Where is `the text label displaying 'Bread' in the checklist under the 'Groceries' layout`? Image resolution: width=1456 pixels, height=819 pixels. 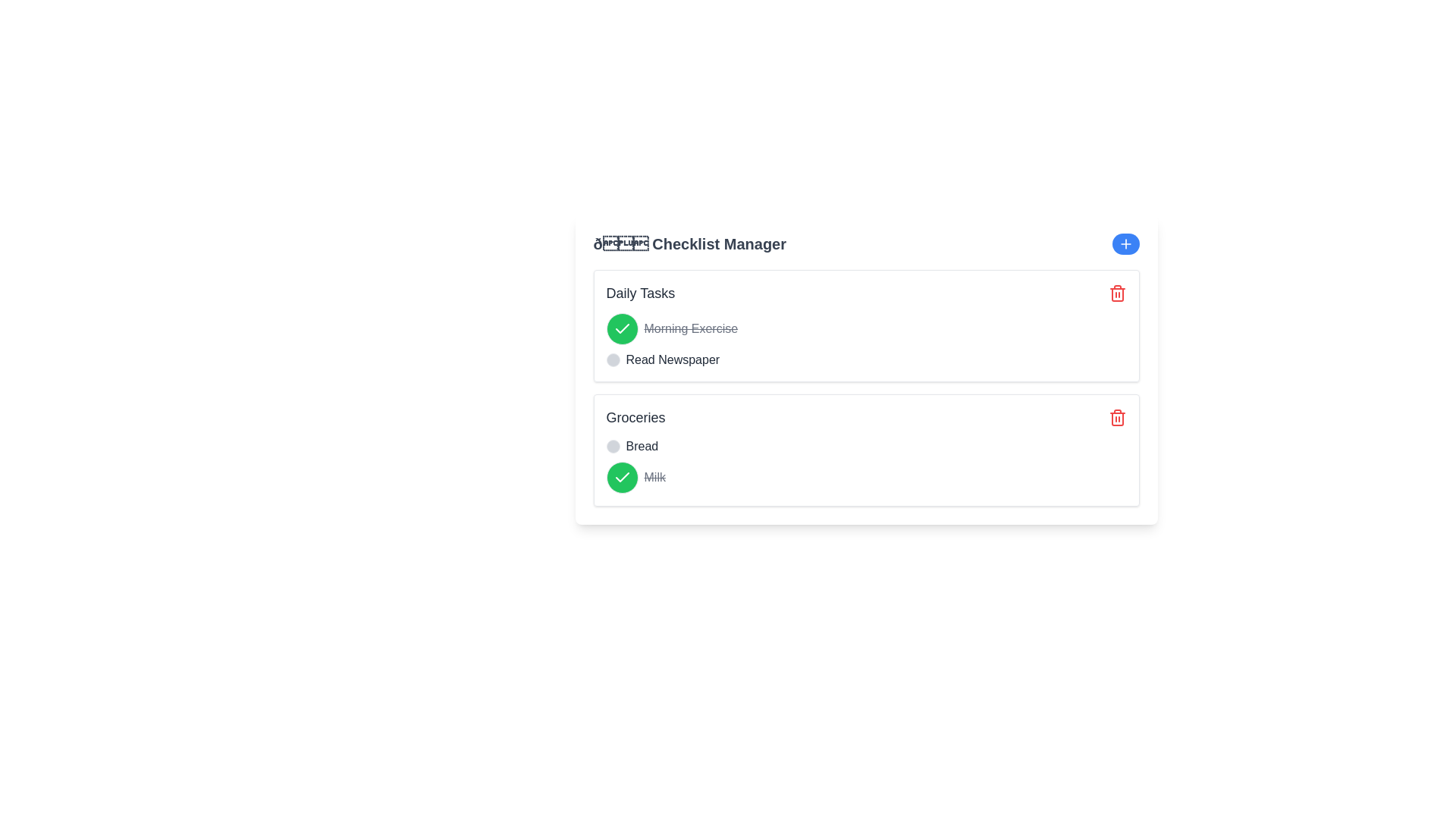
the text label displaying 'Bread' in the checklist under the 'Groceries' layout is located at coordinates (642, 446).